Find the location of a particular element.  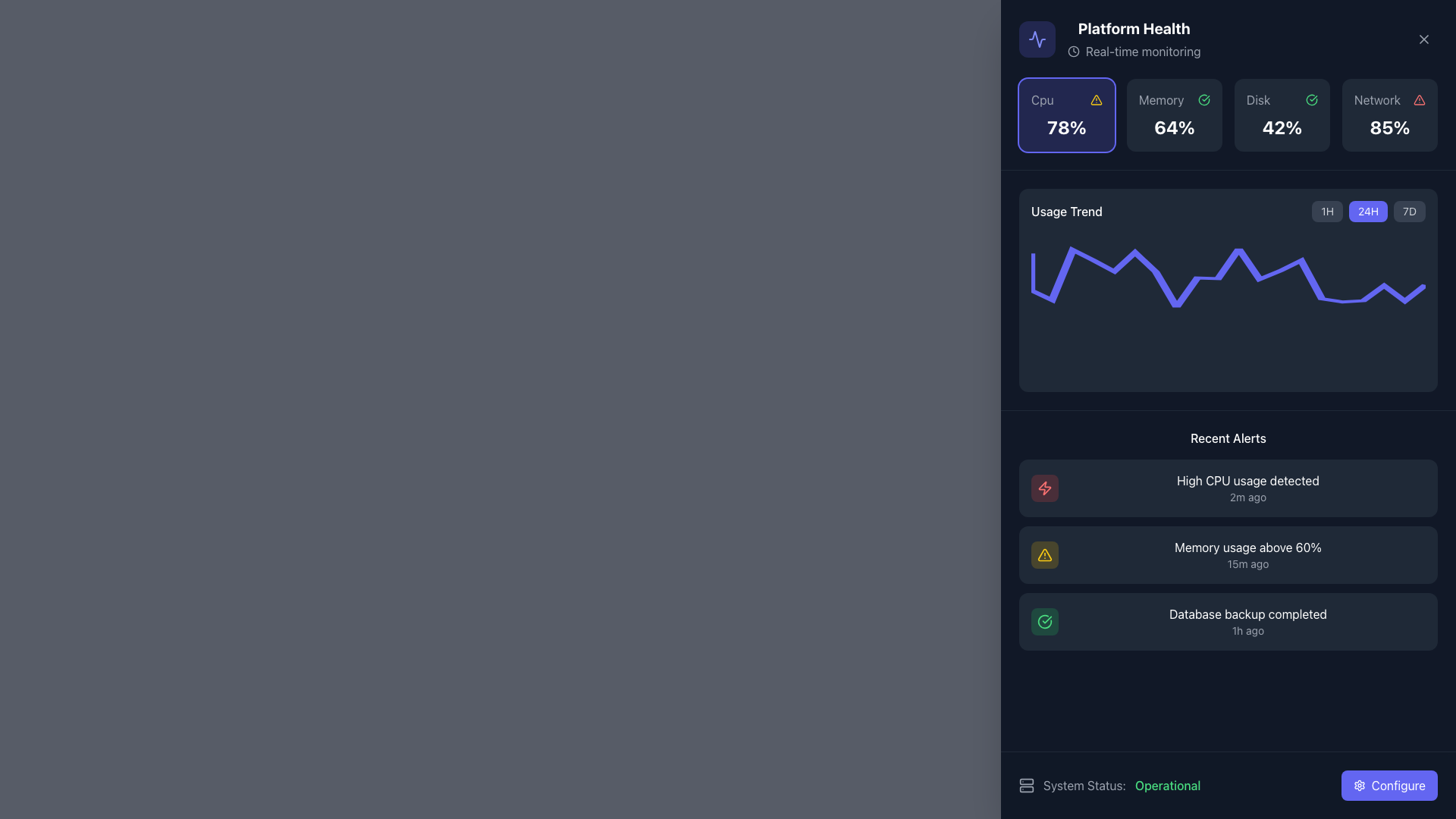

the static text element displaying CPU usage percentage located within the 'Cpu' segment in the upper-left section of the interface to check for additional functionality or information is located at coordinates (1065, 127).